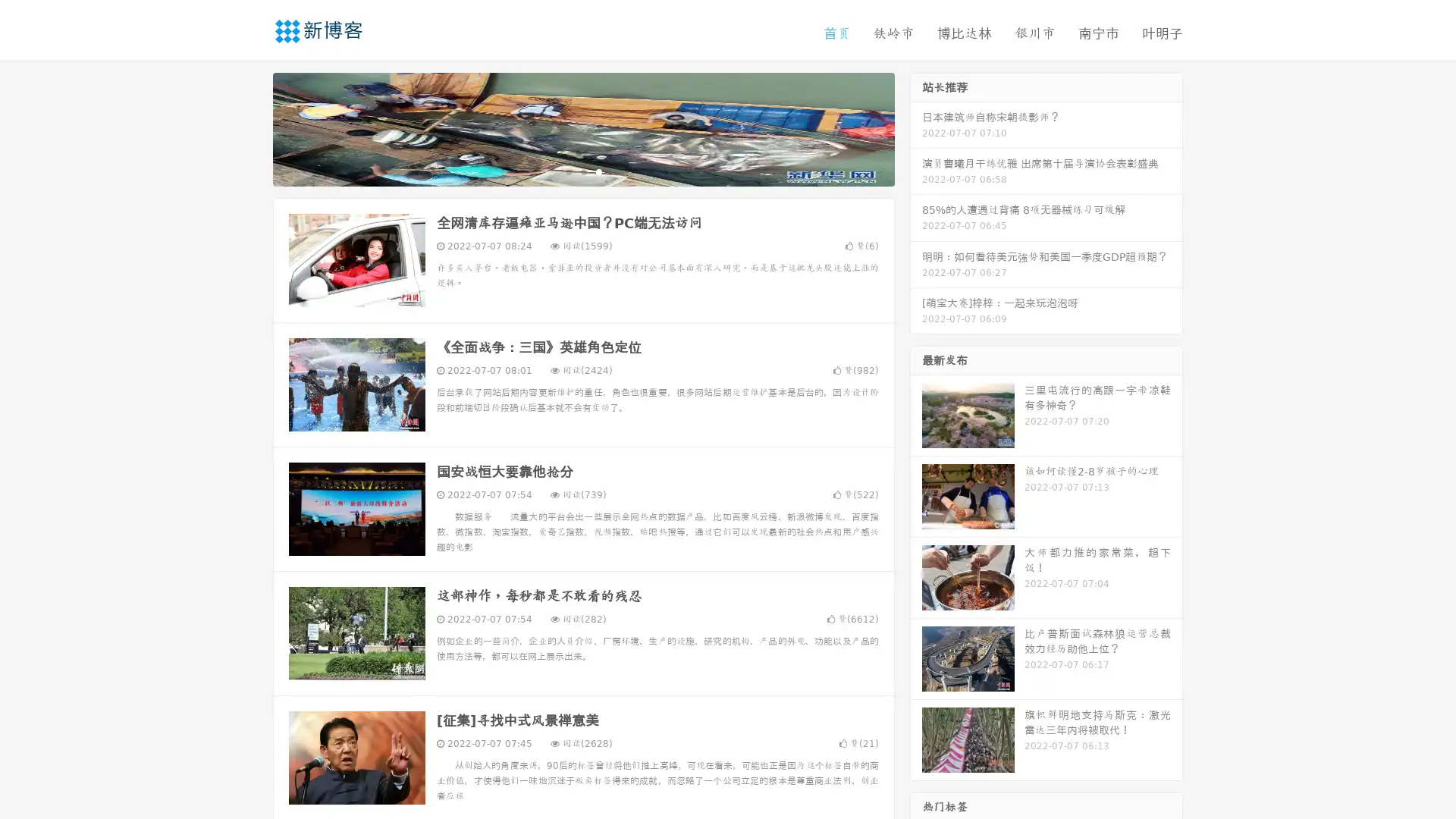 This screenshot has width=1456, height=819. What do you see at coordinates (582, 171) in the screenshot?
I see `Go to slide 2` at bounding box center [582, 171].